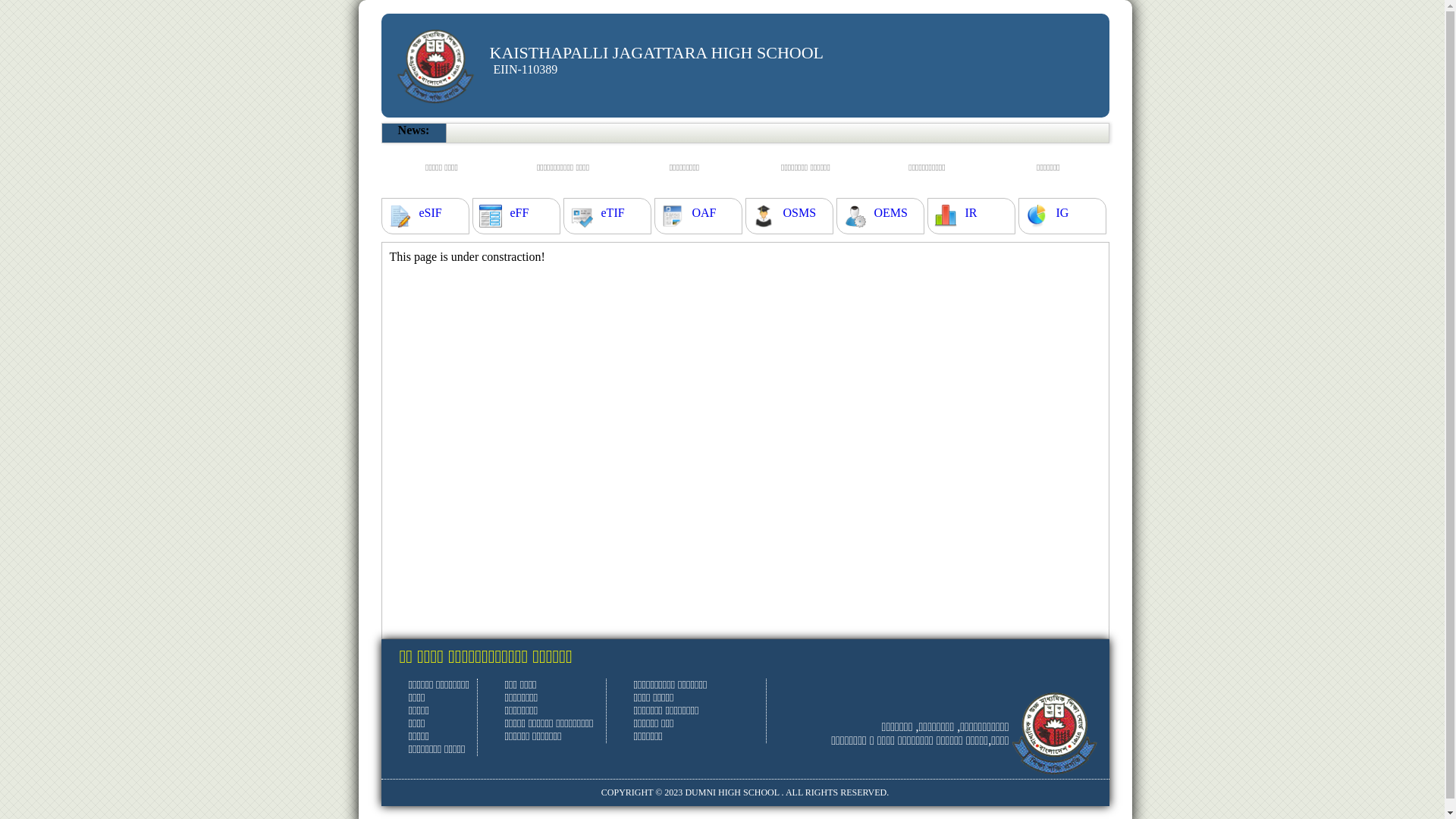  I want to click on 'eFF', so click(519, 213).